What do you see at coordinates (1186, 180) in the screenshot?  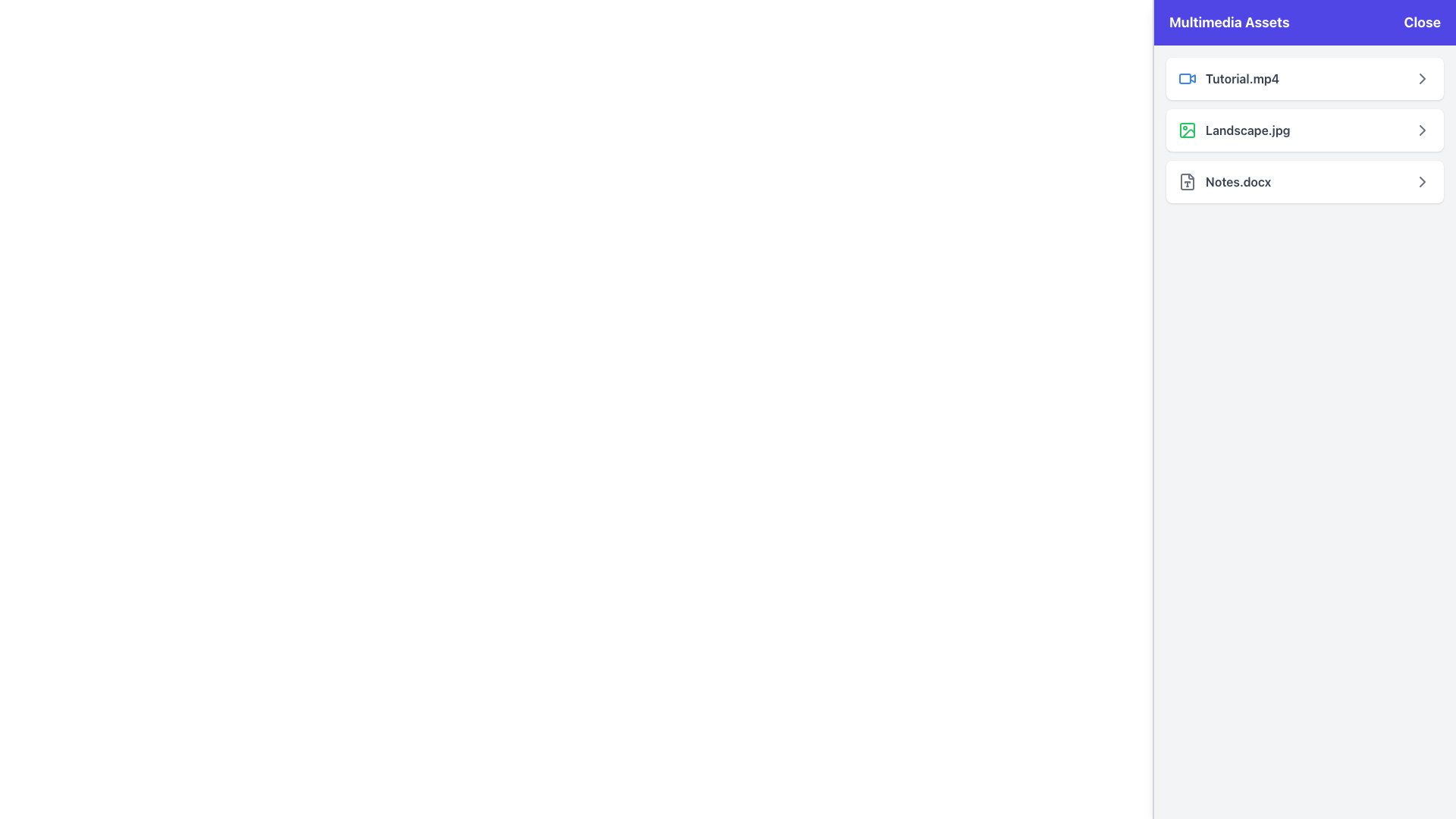 I see `the small file icon with a gray outline and a folded corner, located to the left of the label 'Notes.docx'` at bounding box center [1186, 180].